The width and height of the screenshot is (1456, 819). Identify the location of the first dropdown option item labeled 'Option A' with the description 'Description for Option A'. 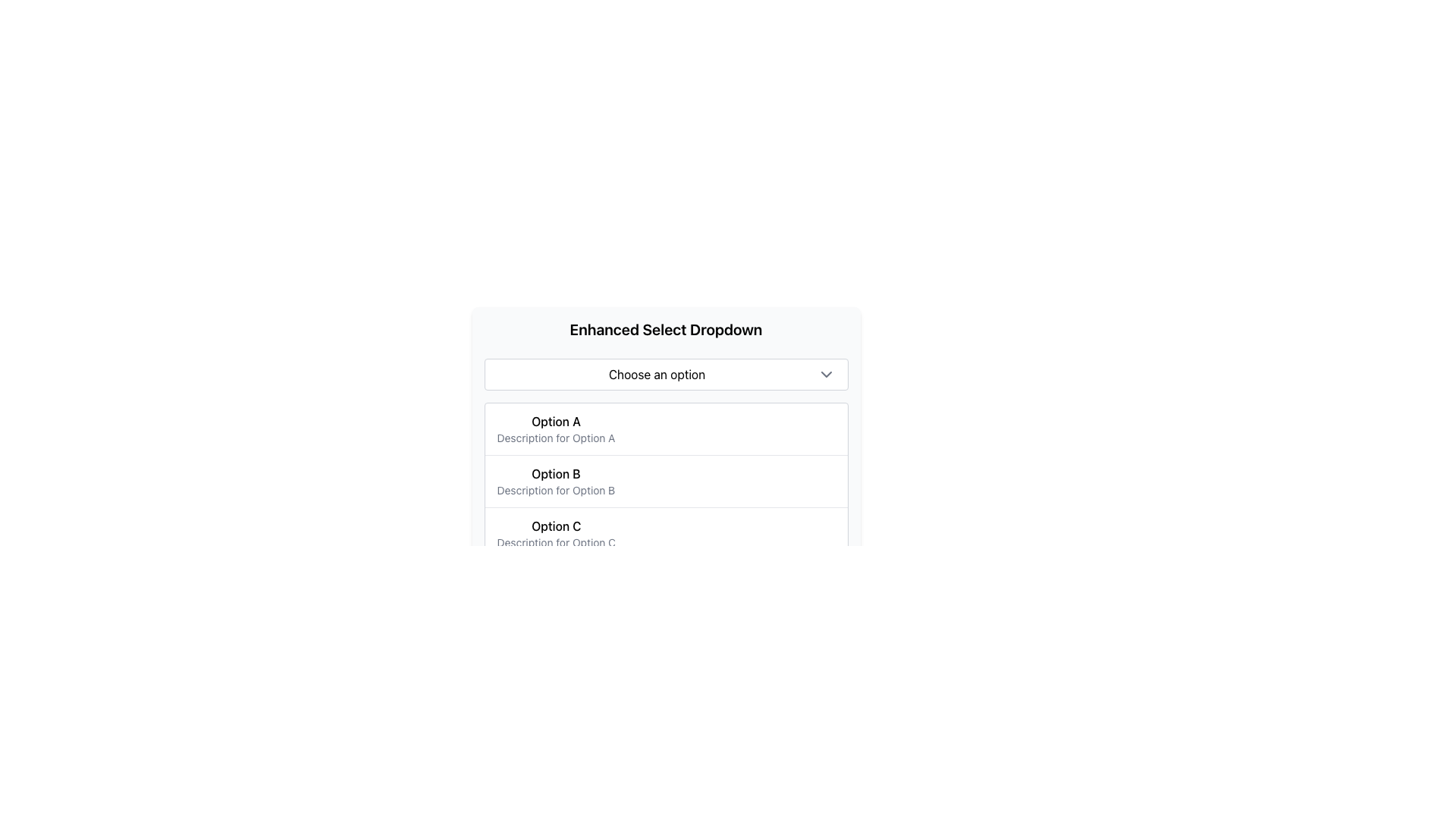
(561, 429).